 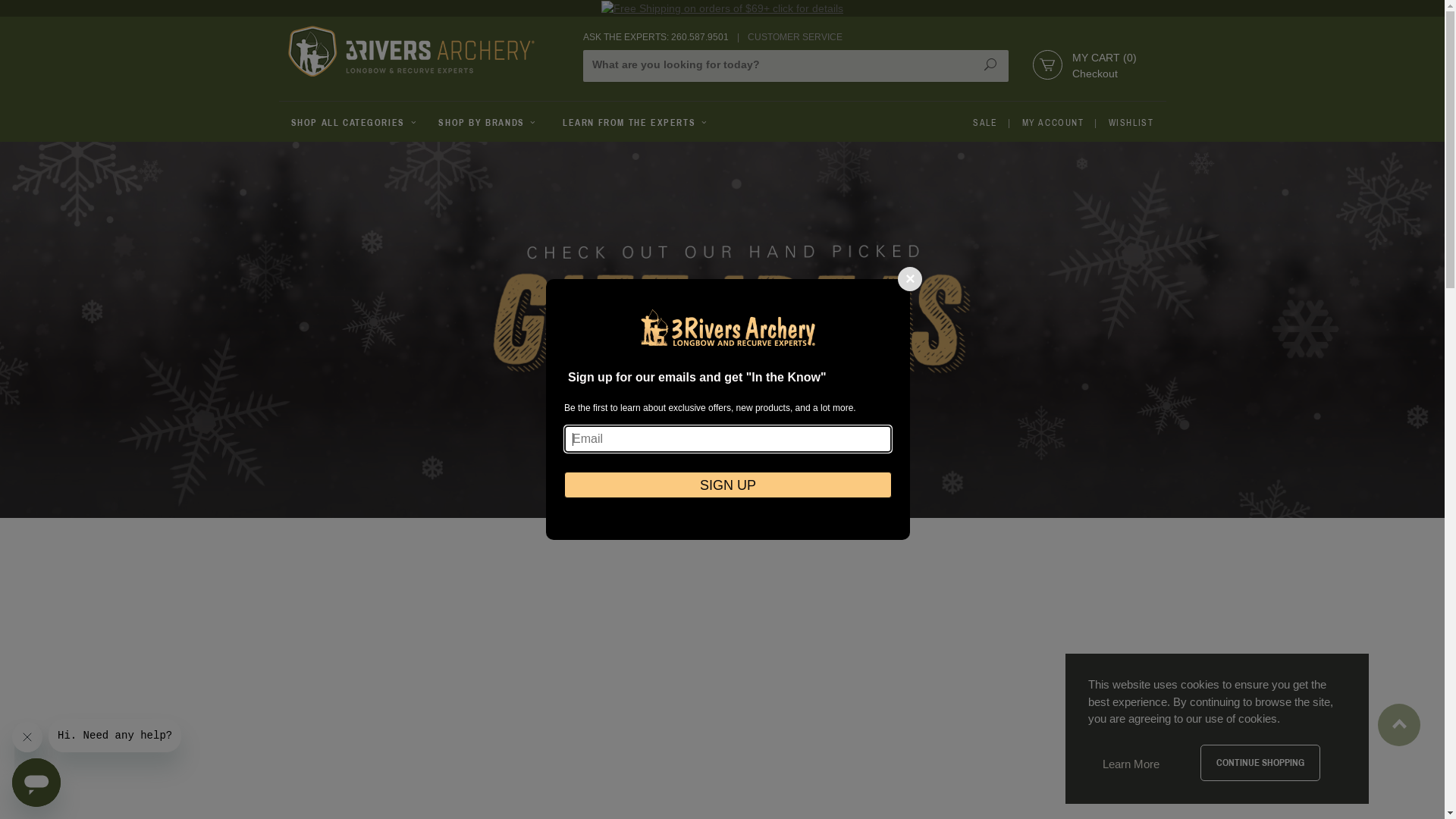 I want to click on 'CONTINUE SHOPPING', so click(x=1260, y=763).